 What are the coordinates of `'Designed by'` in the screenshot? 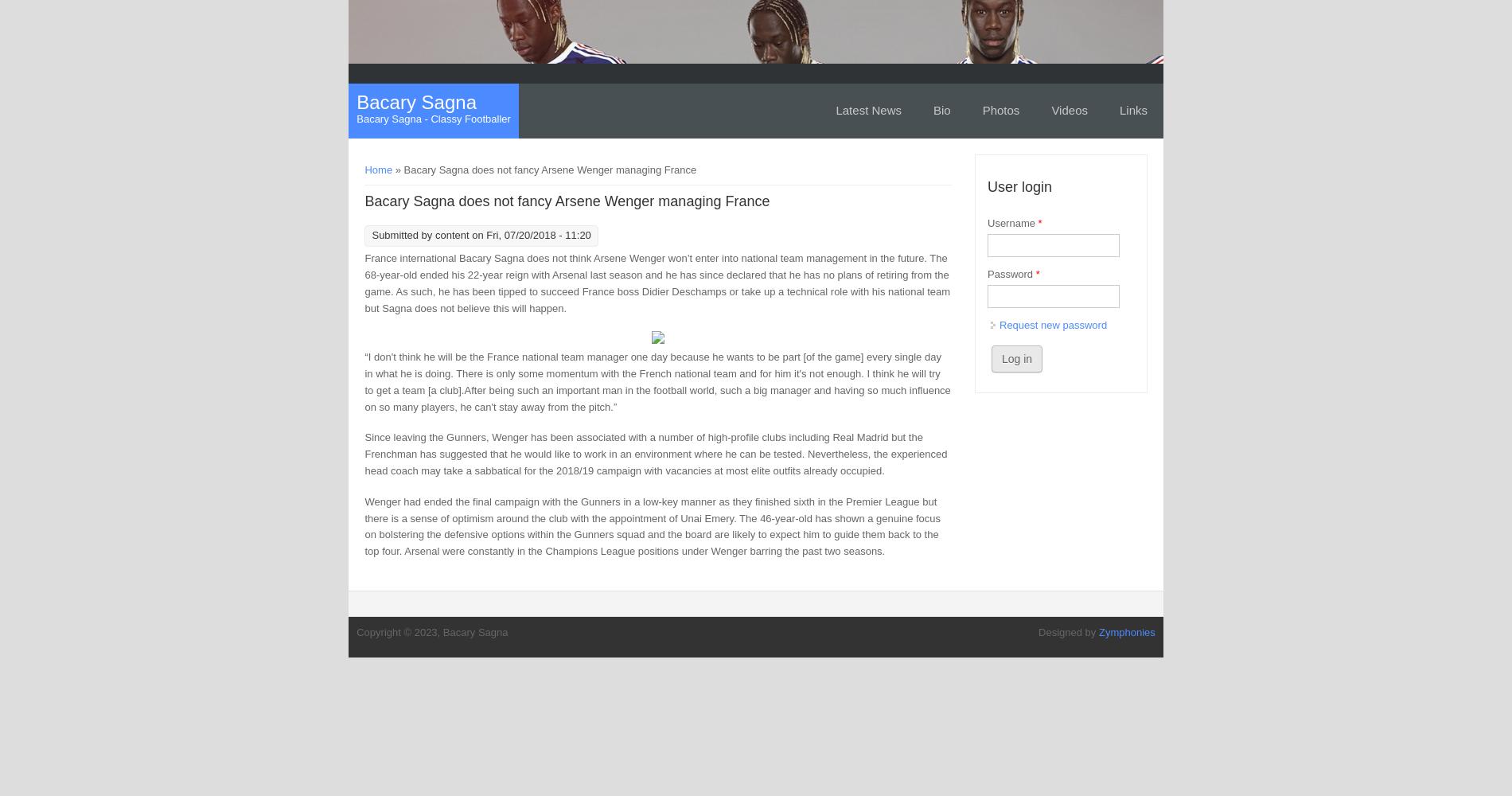 It's located at (1067, 631).